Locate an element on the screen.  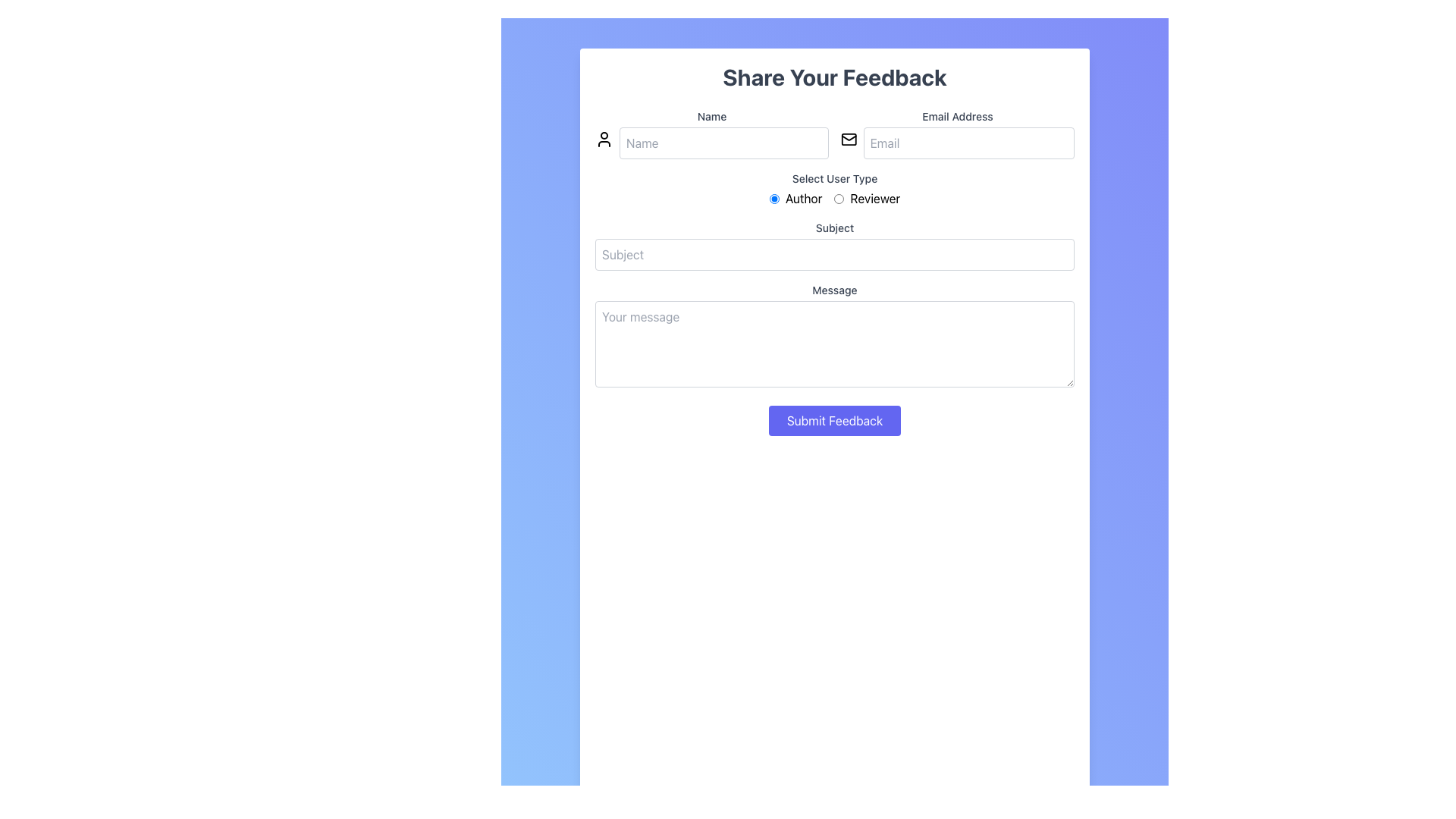
the user icon located to the left of the 'Name' input field, which features a circular head and semicircular body outline is located at coordinates (603, 140).